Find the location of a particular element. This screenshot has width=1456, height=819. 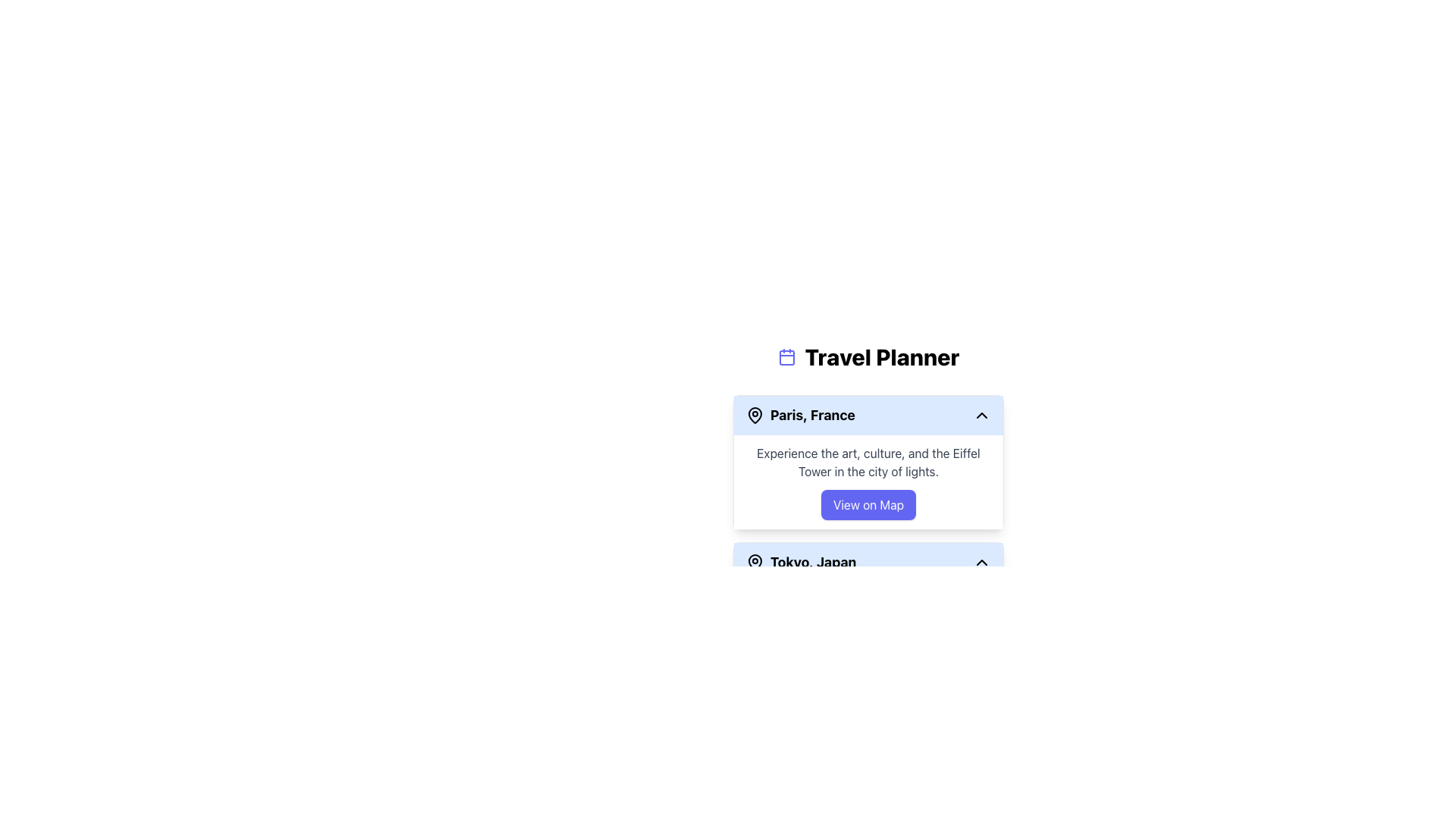

the Header with Icon, which serves as the title for the travel planning section is located at coordinates (868, 356).